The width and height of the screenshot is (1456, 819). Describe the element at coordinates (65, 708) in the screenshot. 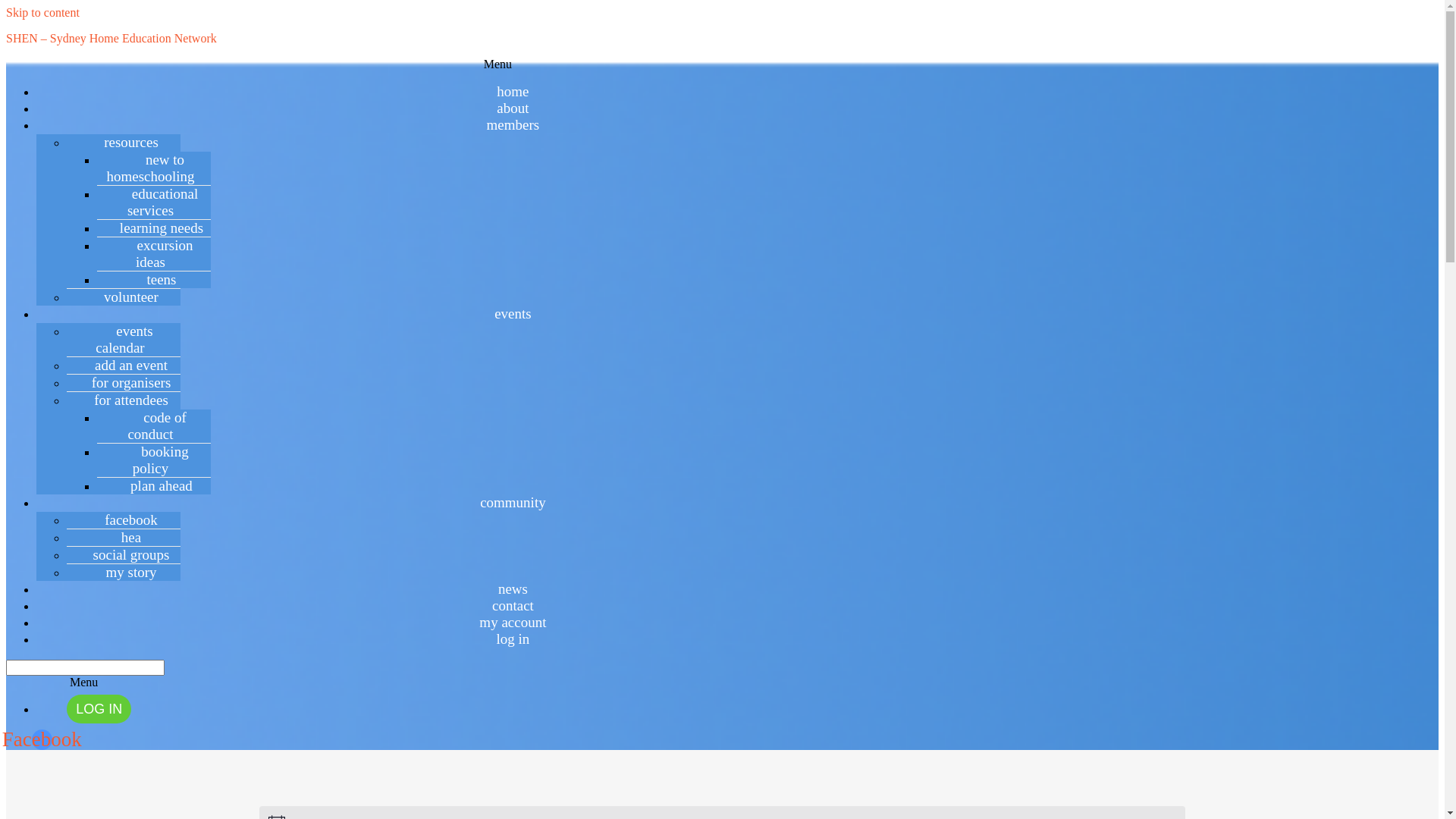

I see `'LOG IN'` at that location.